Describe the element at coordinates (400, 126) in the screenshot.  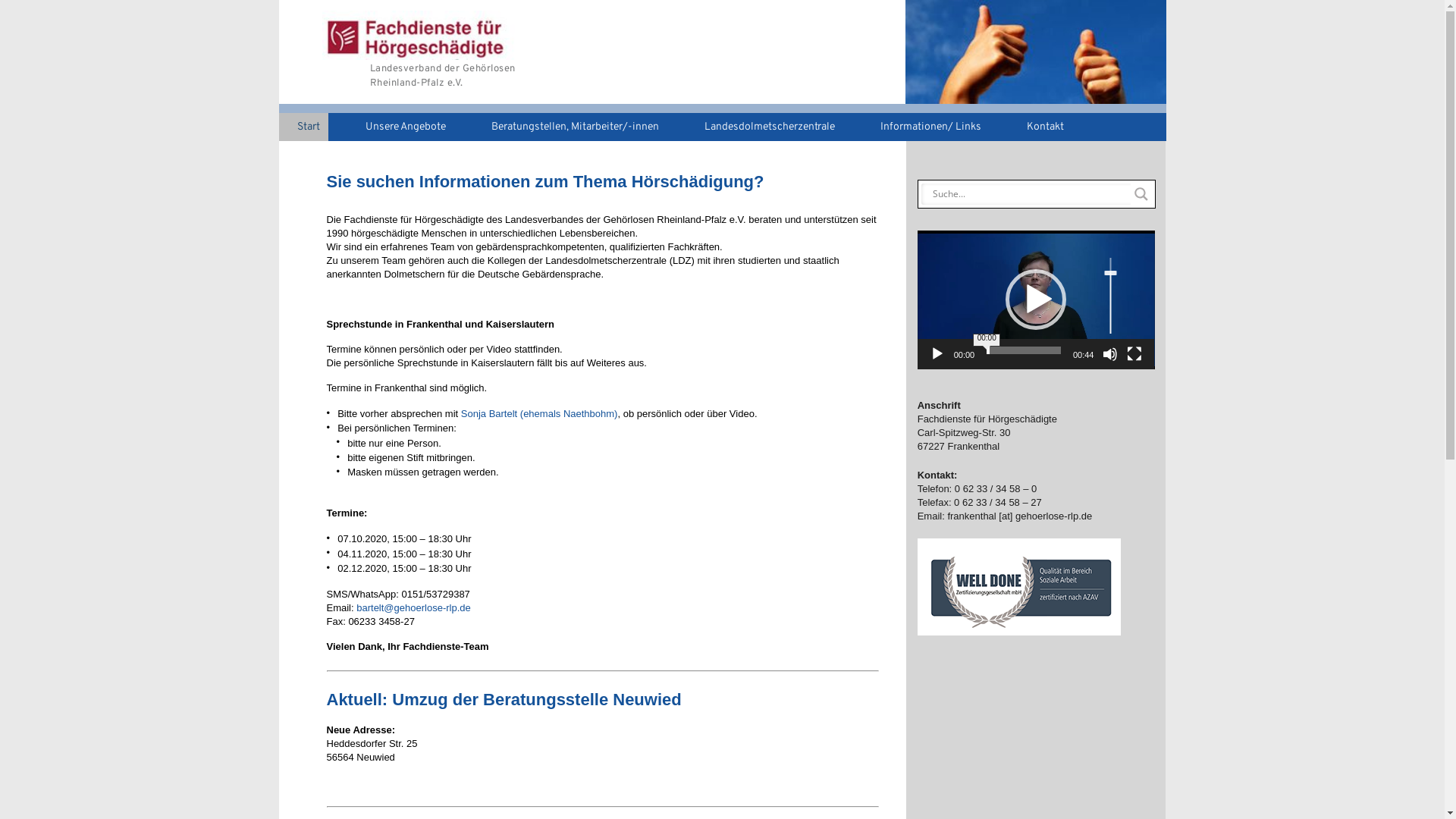
I see `'Unsere Angebote'` at that location.